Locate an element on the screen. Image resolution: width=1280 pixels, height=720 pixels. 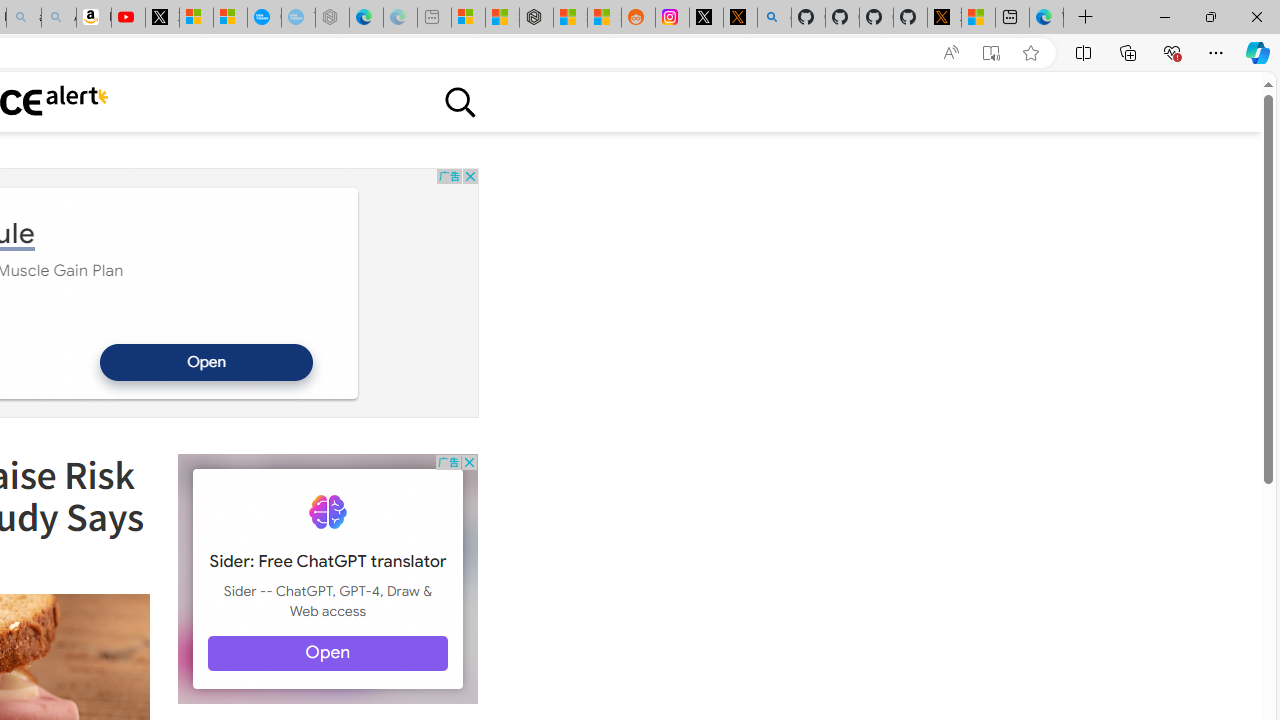
'help.x.com | 524: A timeout occurred' is located at coordinates (739, 17).